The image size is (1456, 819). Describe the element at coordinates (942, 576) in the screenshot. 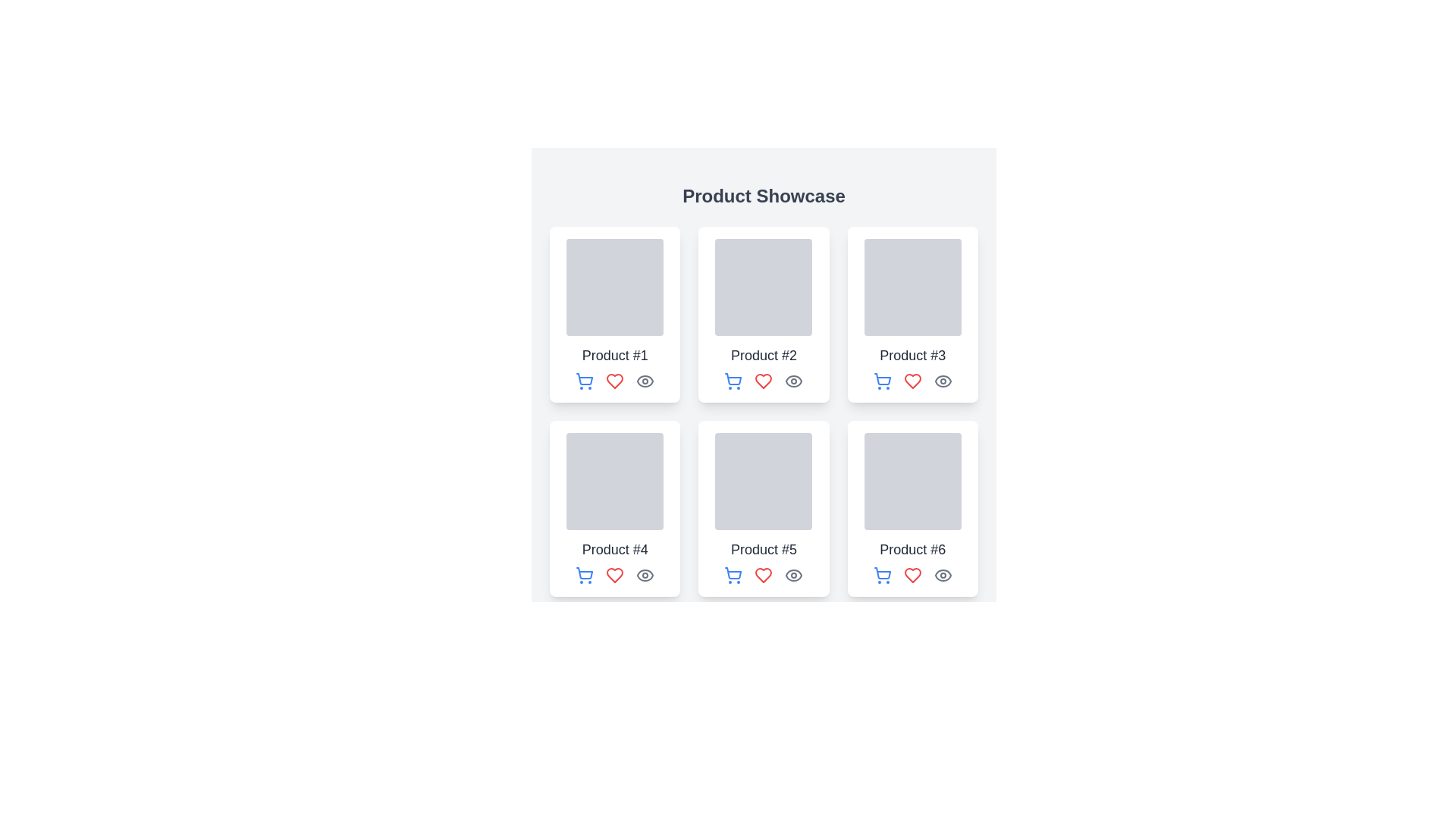

I see `the visibility icon button, which resembles an eye with a gray outline and transparent center, located in the bottom-right corner of the 'Product #6' card` at that location.